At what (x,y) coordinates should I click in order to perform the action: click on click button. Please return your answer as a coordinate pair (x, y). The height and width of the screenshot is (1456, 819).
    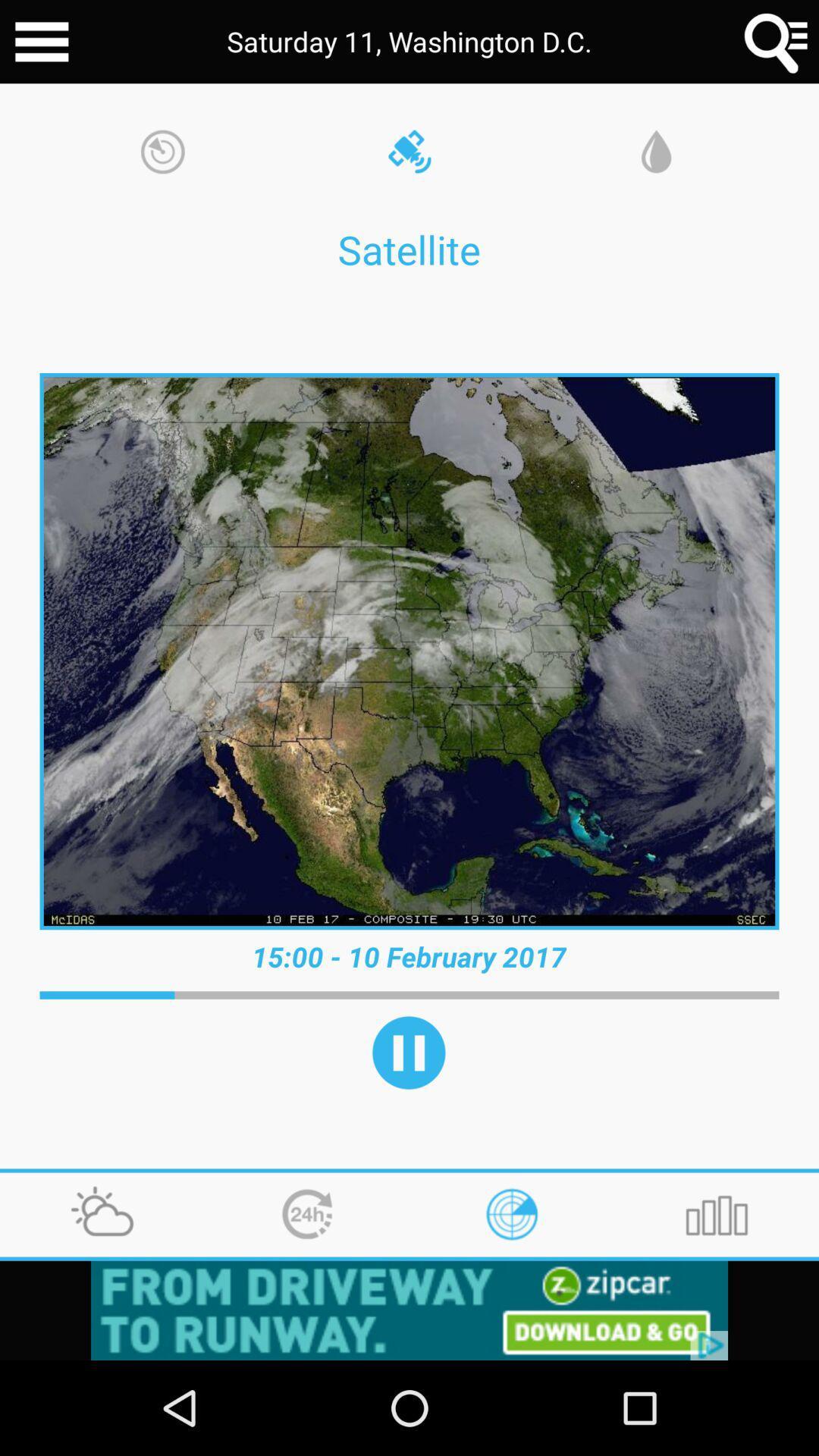
    Looking at the image, I should click on (409, 1310).